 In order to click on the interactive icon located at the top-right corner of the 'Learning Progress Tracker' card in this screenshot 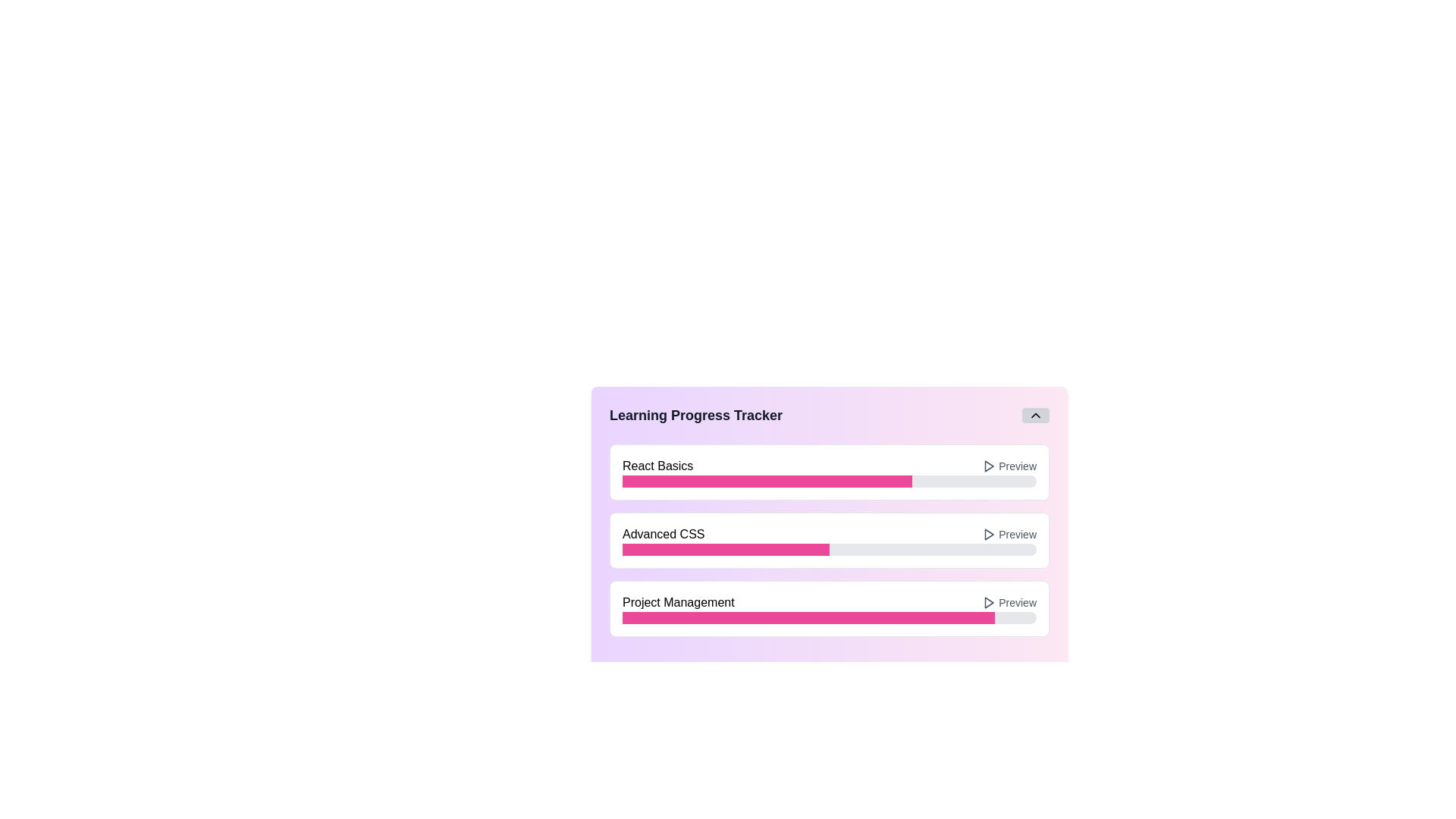, I will do `click(1035, 415)`.